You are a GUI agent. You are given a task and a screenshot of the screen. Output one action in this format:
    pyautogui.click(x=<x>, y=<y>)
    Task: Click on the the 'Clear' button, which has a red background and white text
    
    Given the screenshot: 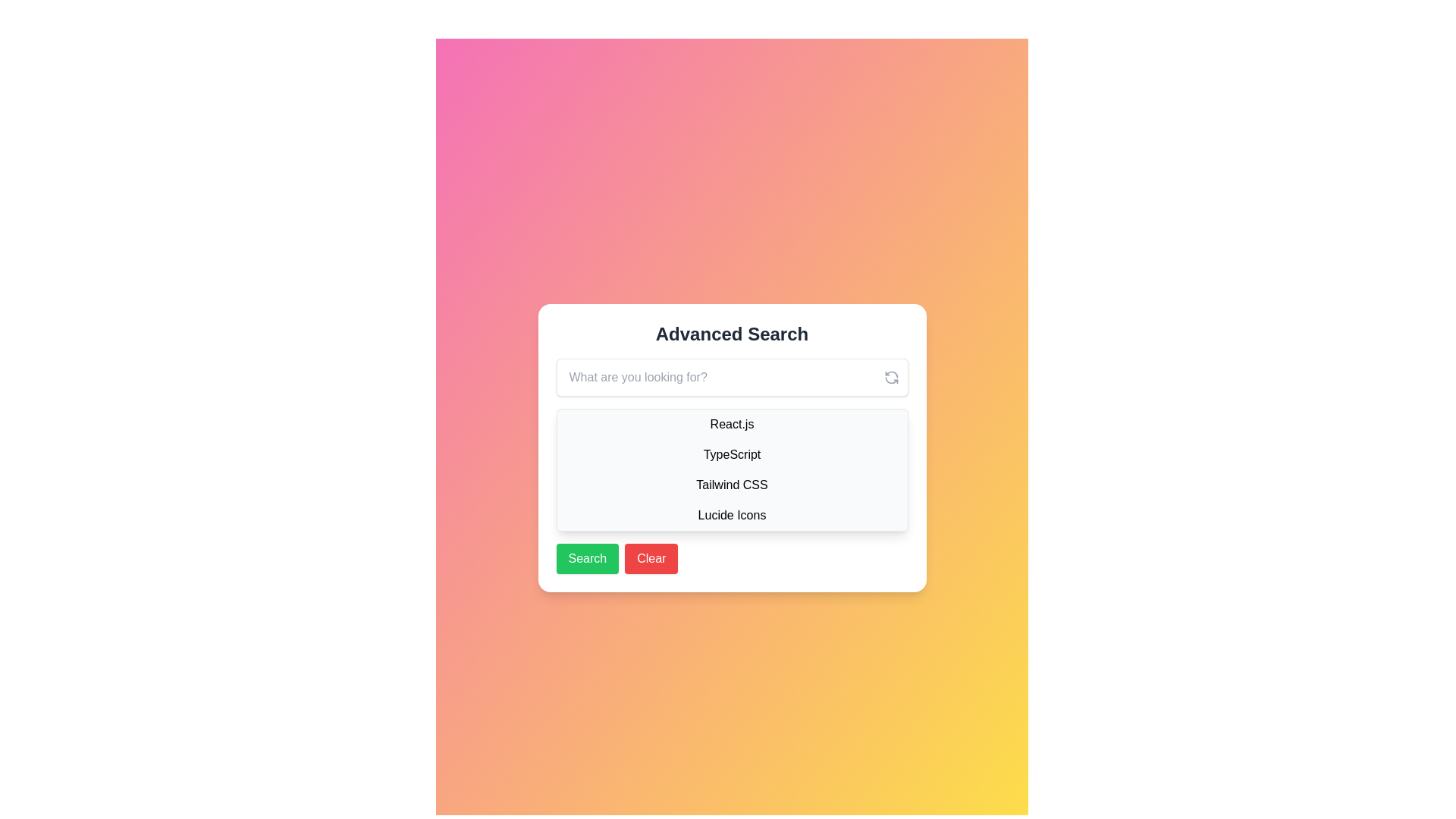 What is the action you would take?
    pyautogui.click(x=651, y=558)
    